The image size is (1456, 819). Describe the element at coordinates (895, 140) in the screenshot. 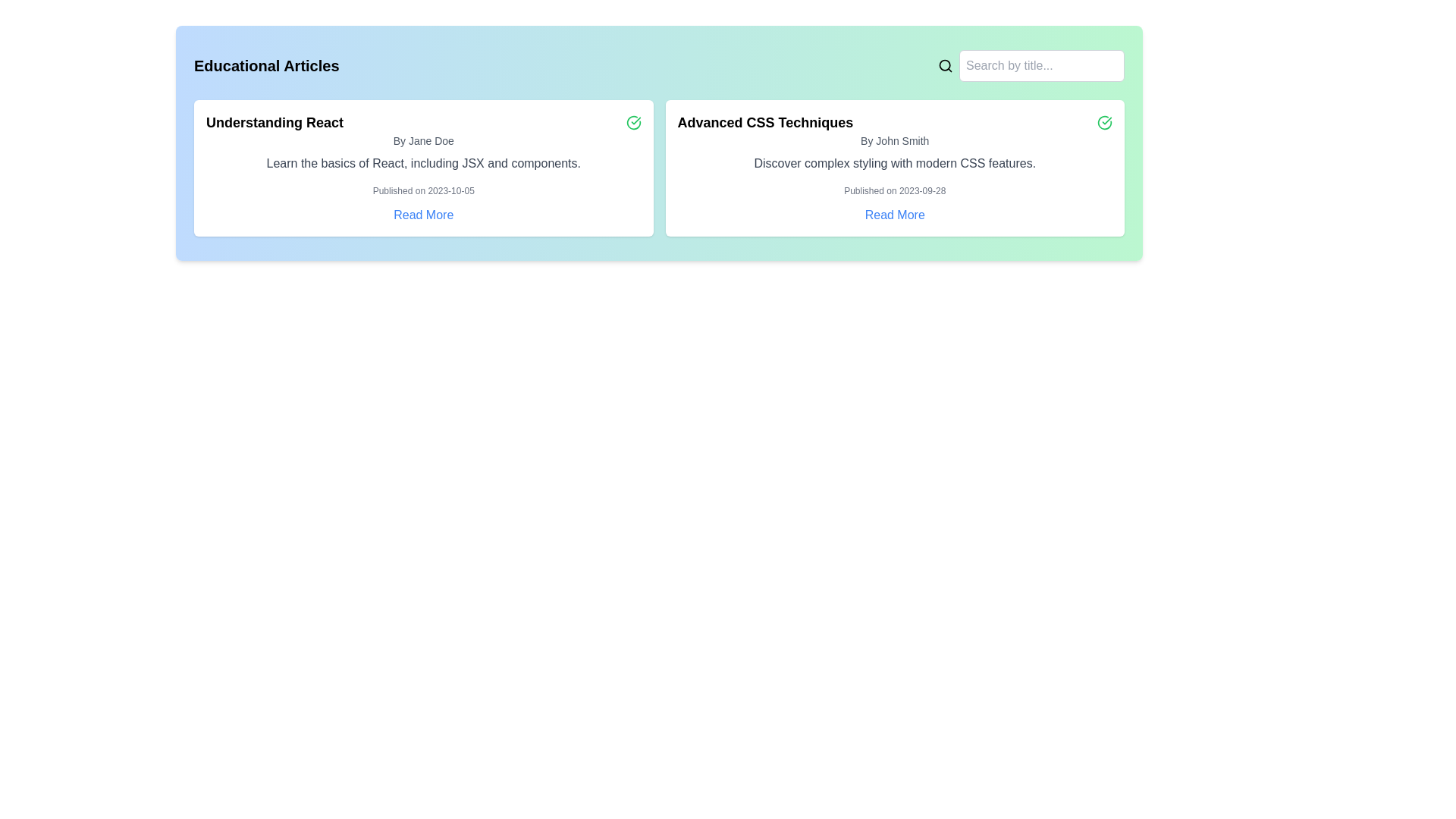

I see `text displayed in the author's name label, located within the article card for 'Advanced CSS Techniques', centered below the title and above the main description` at that location.